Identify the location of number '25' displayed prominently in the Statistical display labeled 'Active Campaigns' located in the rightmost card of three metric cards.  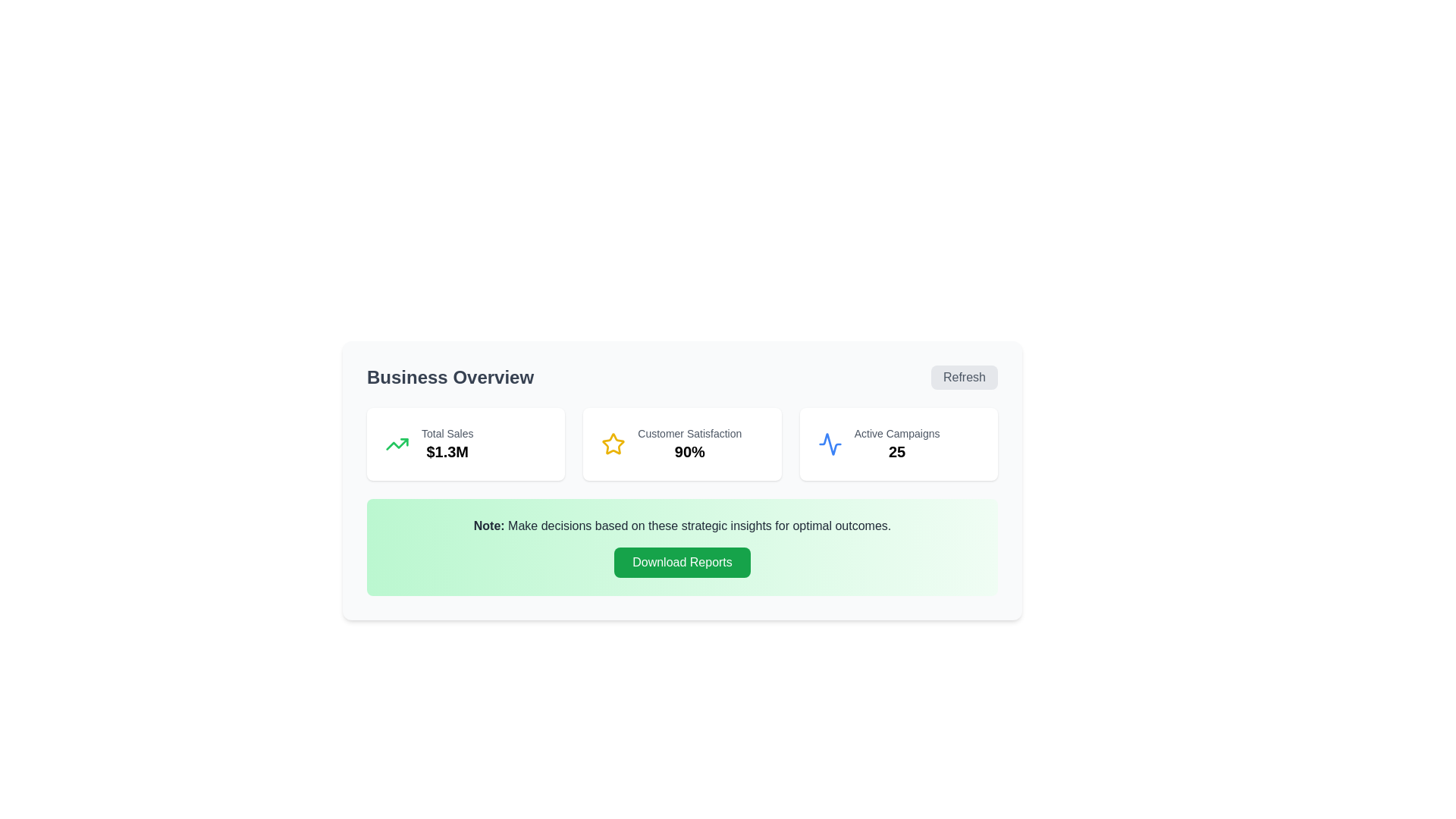
(897, 444).